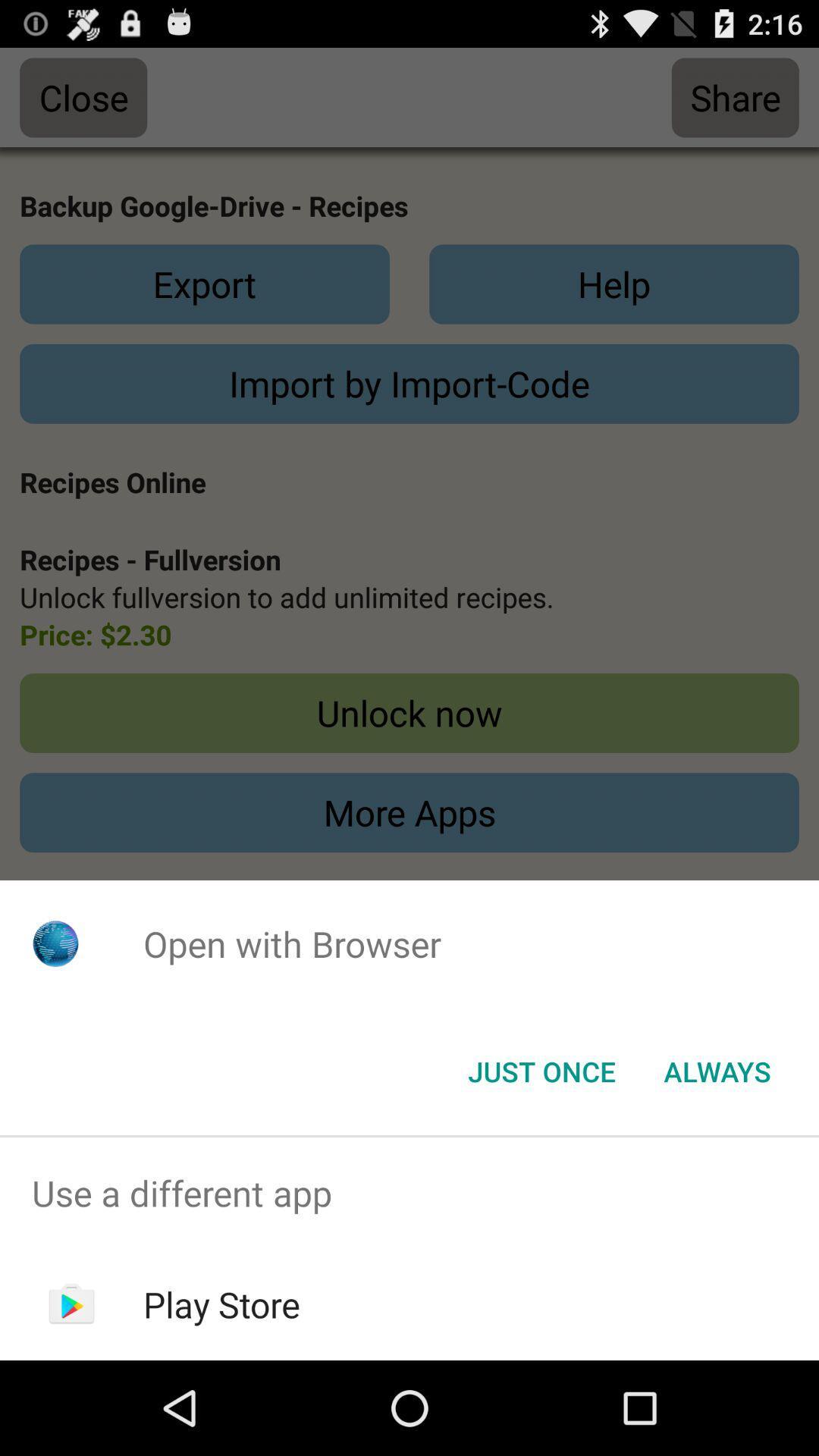 The height and width of the screenshot is (1456, 819). What do you see at coordinates (541, 1070) in the screenshot?
I see `just once` at bounding box center [541, 1070].